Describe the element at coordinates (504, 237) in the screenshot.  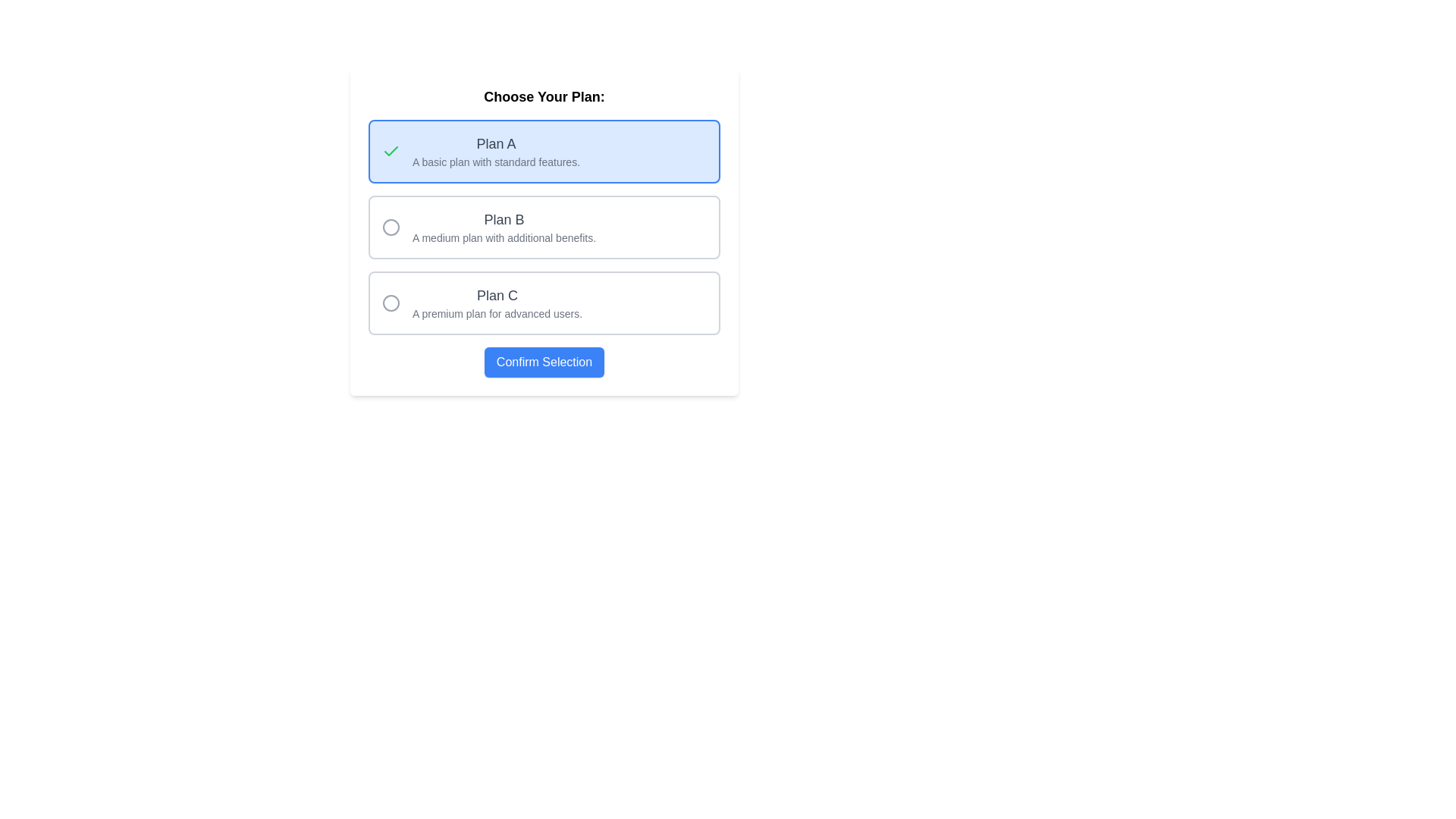
I see `the auxiliary descriptive text located under the 'Plan B' heading in the second option box of the plan choices` at that location.